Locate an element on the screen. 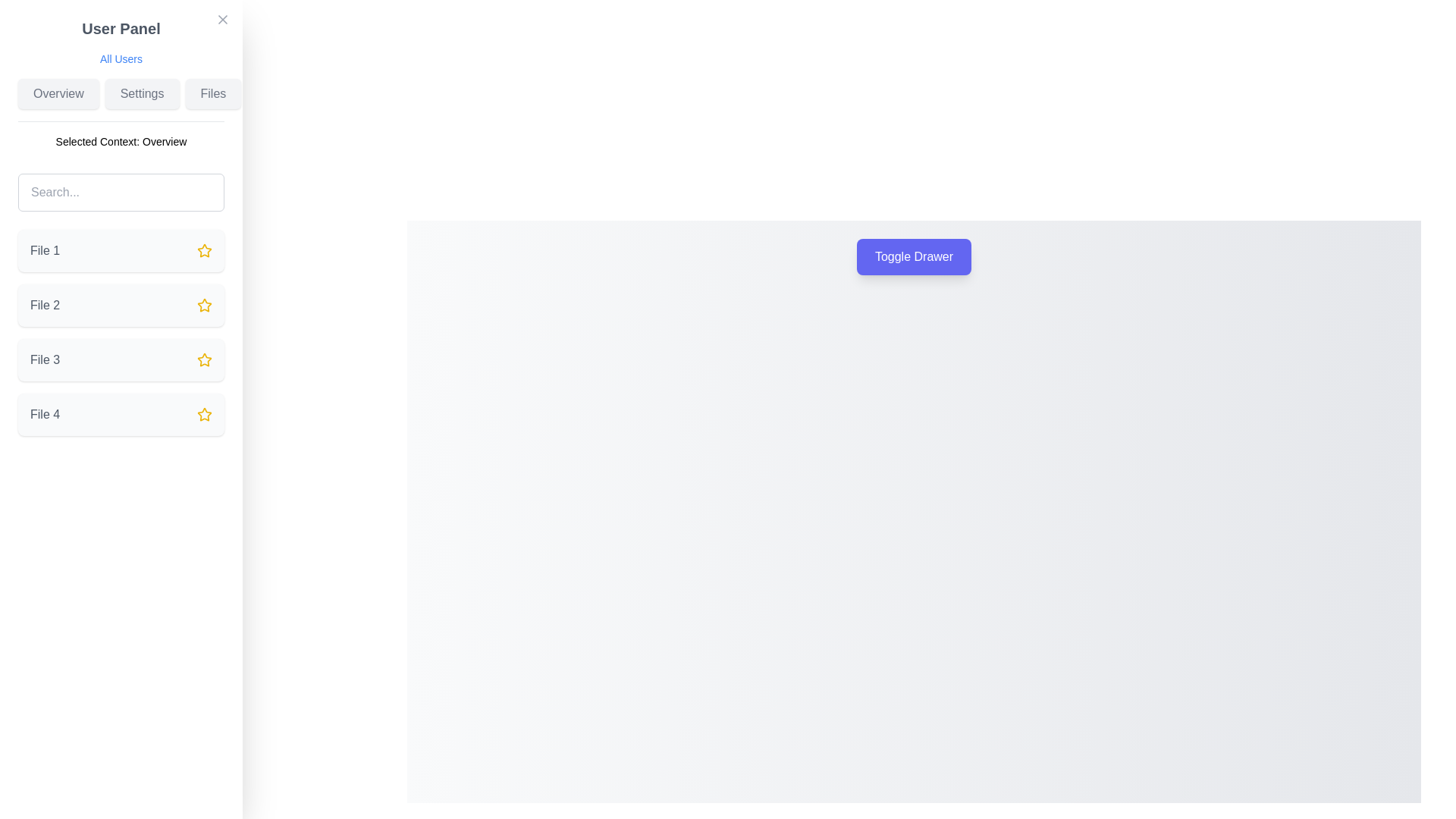  the star-shaped icon with a yellow outline associated with 'File 2' is located at coordinates (203, 305).